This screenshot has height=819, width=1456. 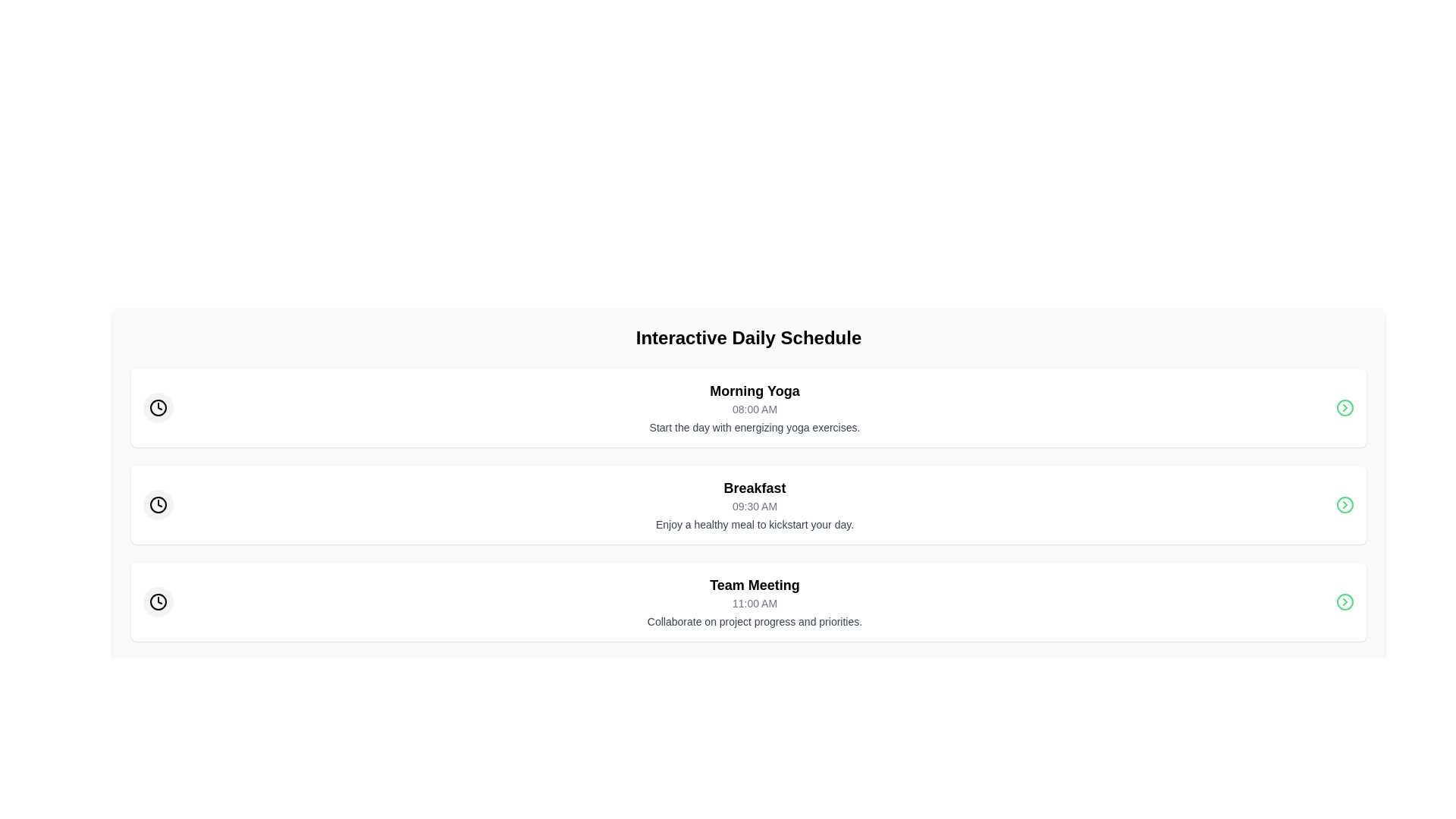 I want to click on the bold text label that reads 'Breakfast', which is the first and largest text block in the middle row of a three-row schedule layout, so click(x=755, y=488).